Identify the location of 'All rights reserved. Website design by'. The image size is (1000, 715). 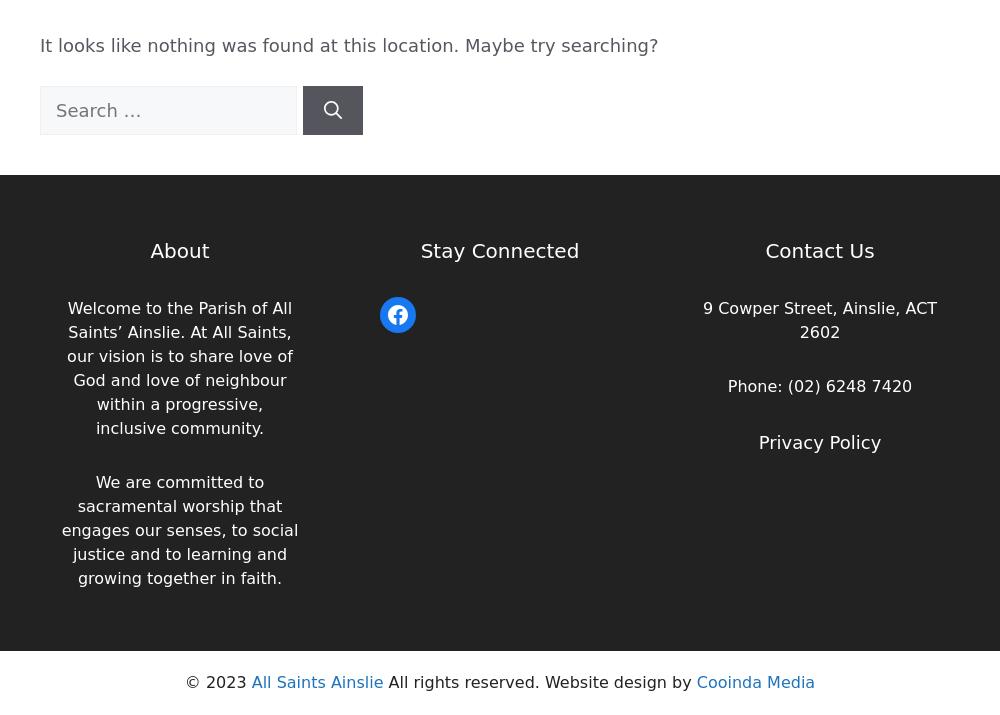
(539, 682).